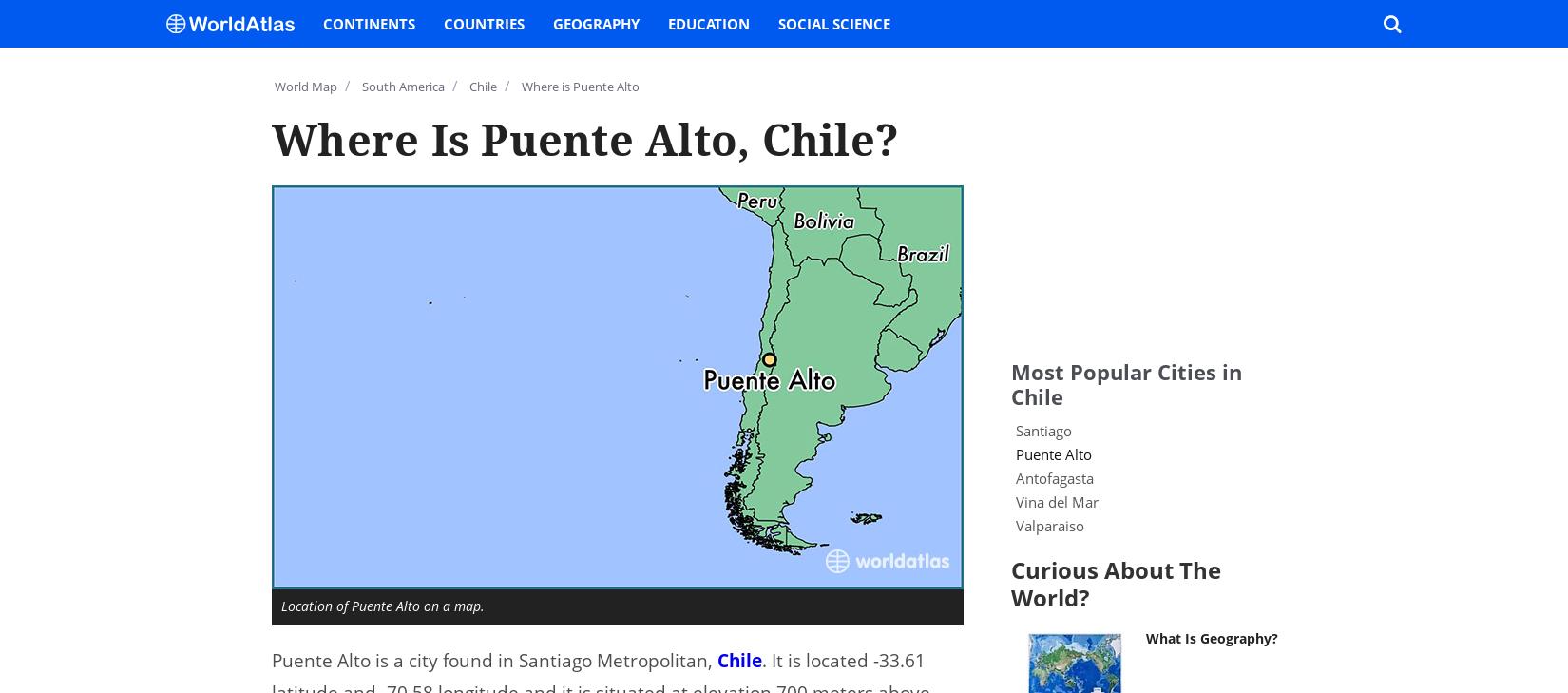  I want to click on 'South America', so click(401, 85).